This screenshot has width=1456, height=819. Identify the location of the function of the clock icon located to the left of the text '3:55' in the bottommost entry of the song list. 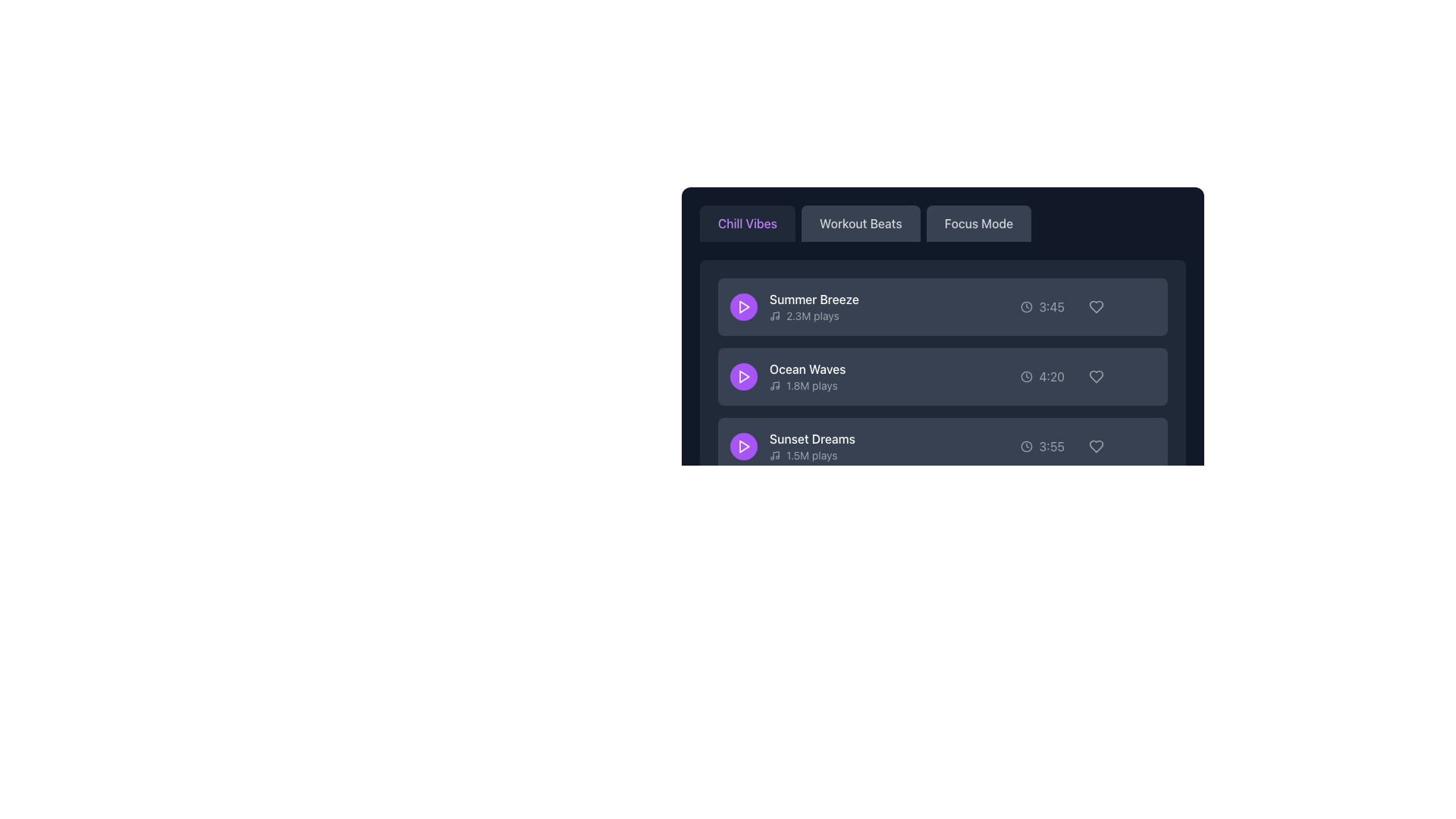
(1027, 446).